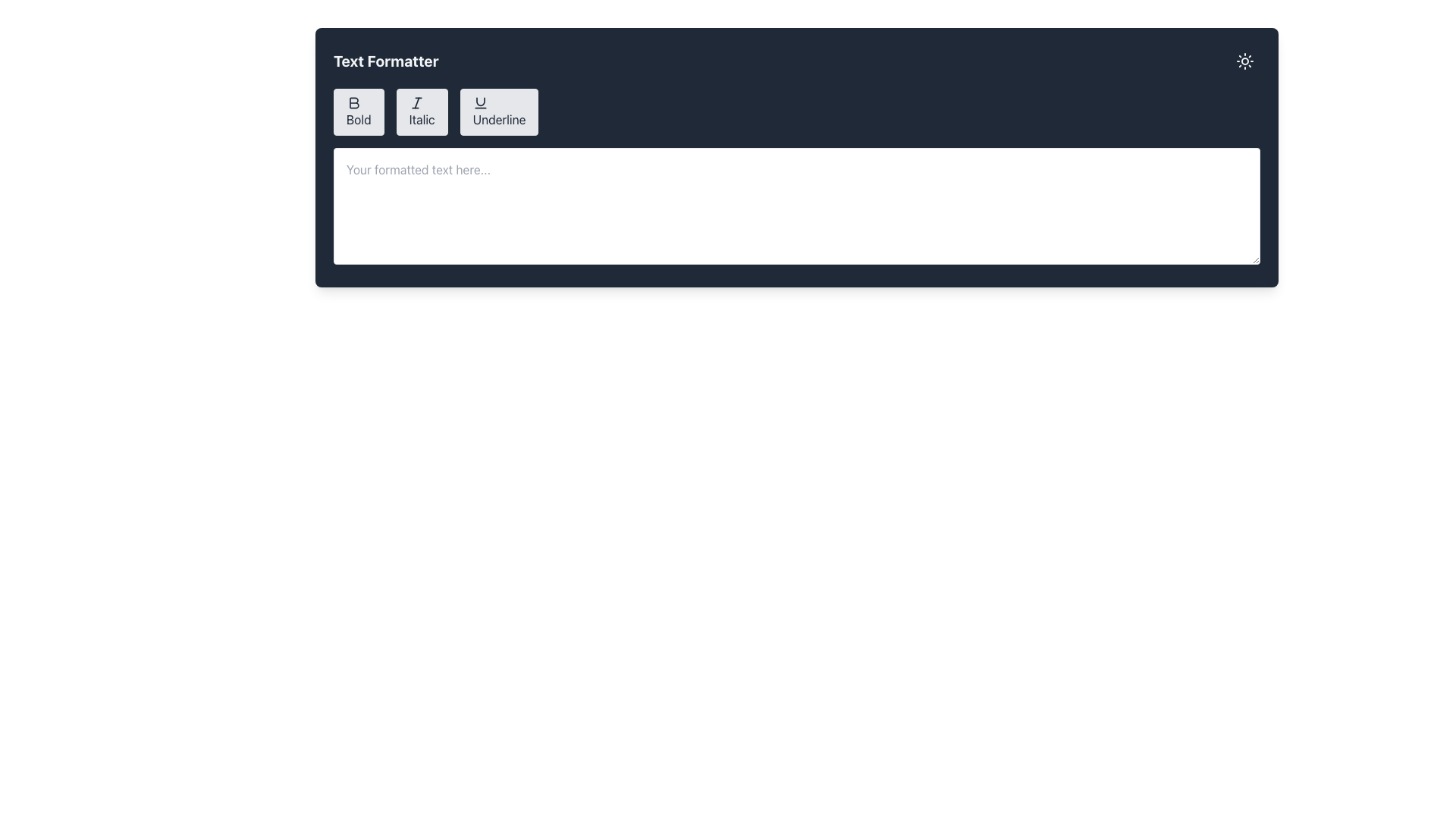  Describe the element at coordinates (416, 102) in the screenshot. I see `the italic icon within the 'Italic' button in the text formatter toolbar` at that location.